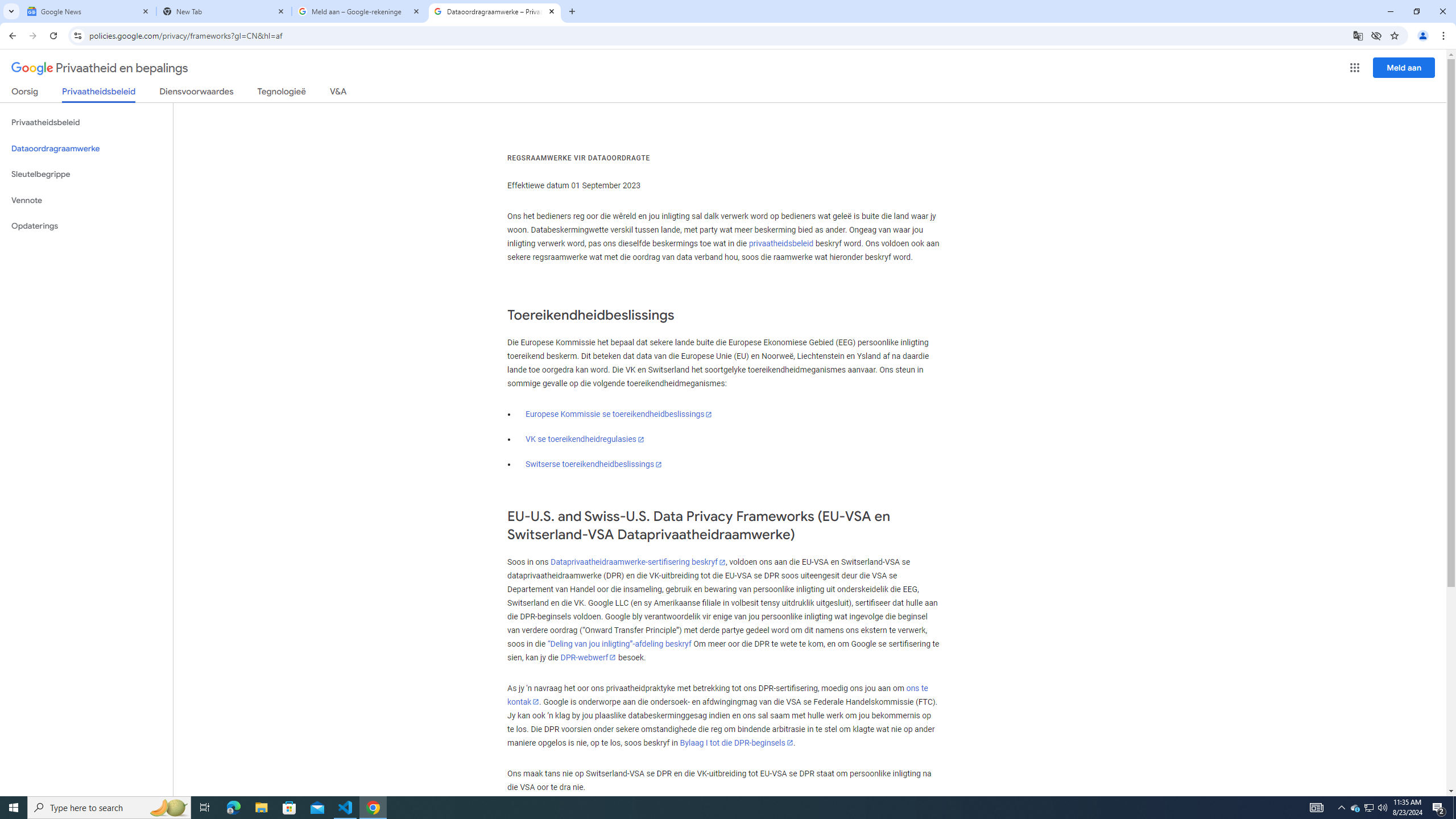 This screenshot has height=819, width=1456. Describe the element at coordinates (1404, 67) in the screenshot. I see `'Meld aan'` at that location.